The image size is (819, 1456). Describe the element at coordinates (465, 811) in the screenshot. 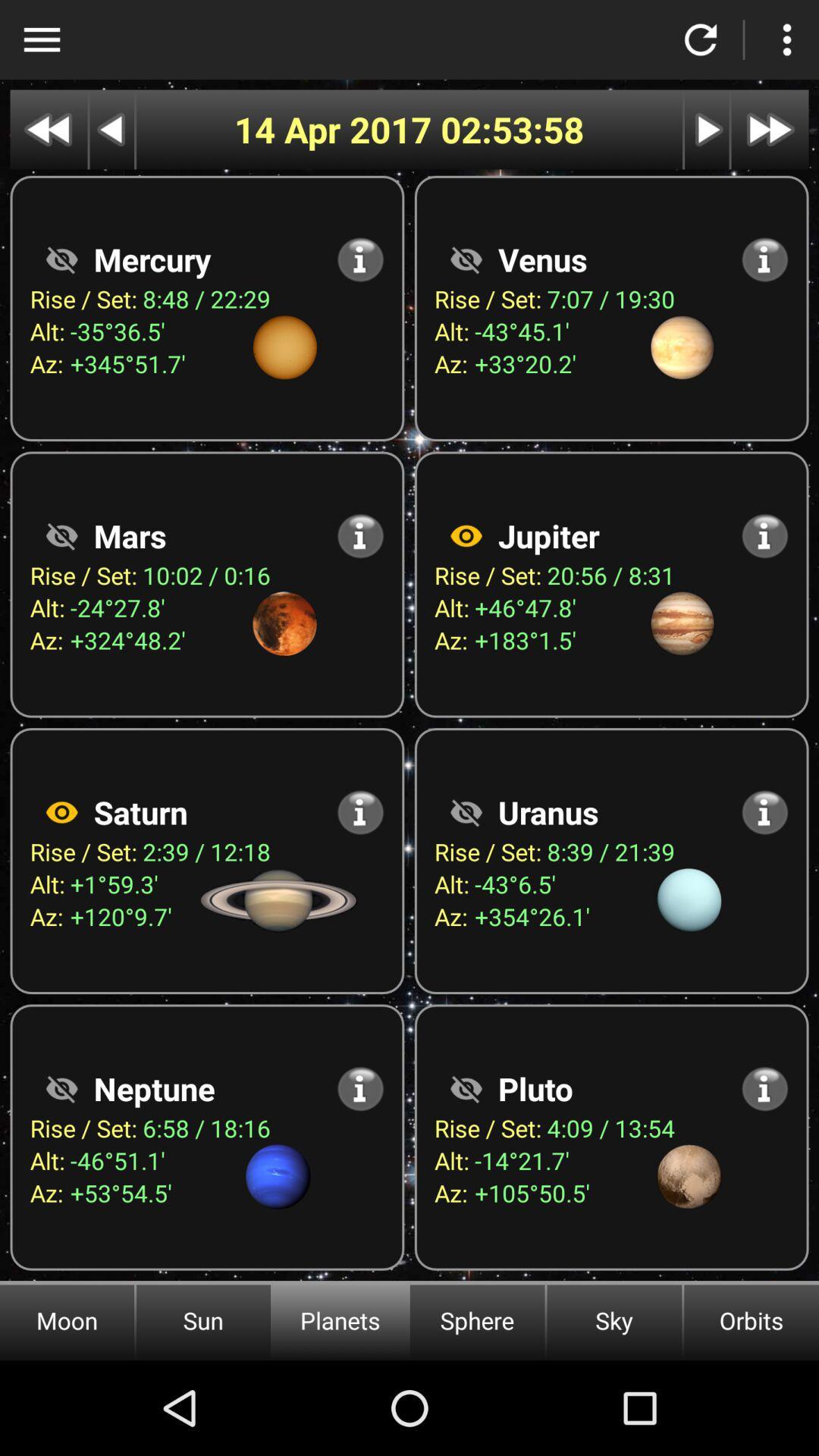

I see `the visibility icon` at that location.